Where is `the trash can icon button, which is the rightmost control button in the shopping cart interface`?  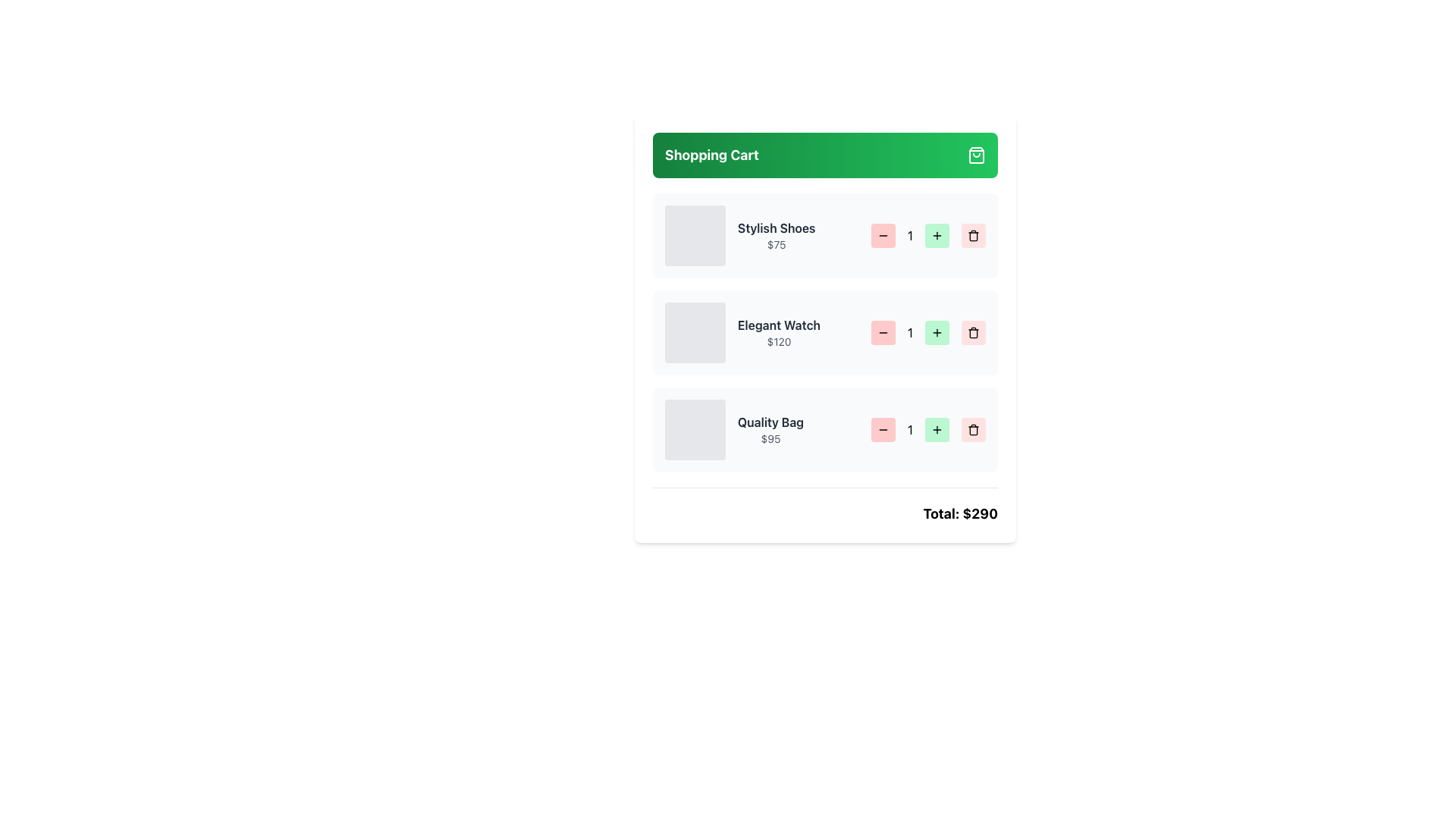 the trash can icon button, which is the rightmost control button in the shopping cart interface is located at coordinates (973, 430).